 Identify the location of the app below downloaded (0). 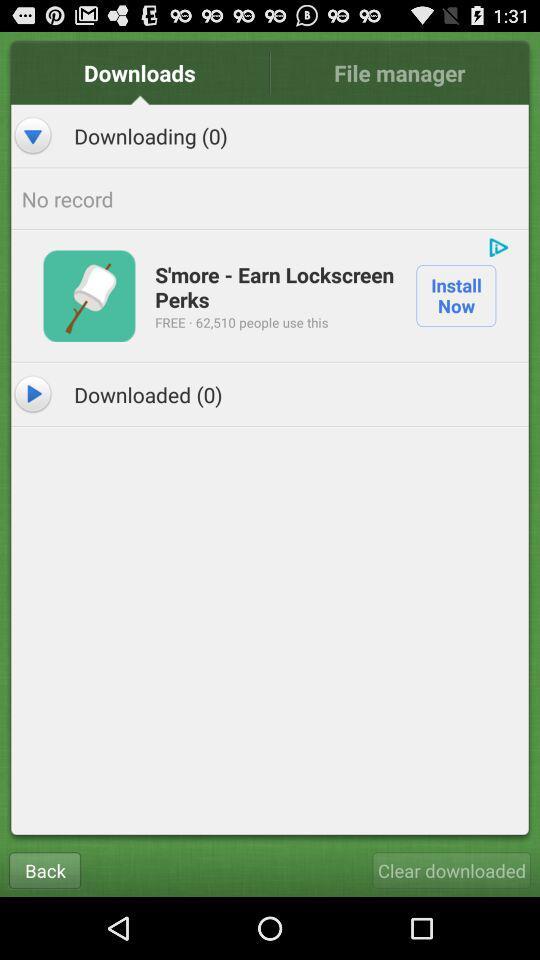
(451, 869).